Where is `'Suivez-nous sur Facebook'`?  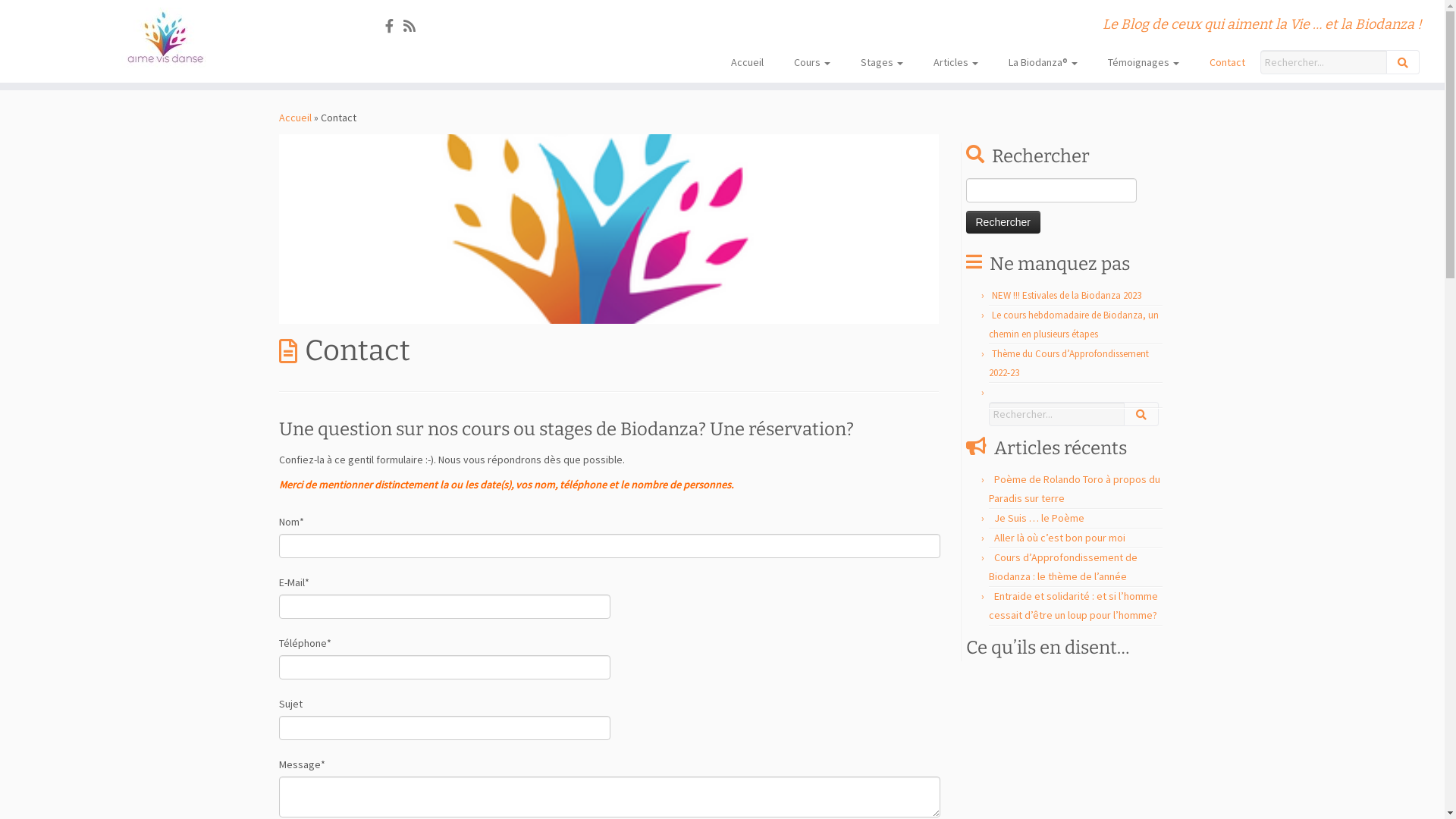 'Suivez-nous sur Facebook' is located at coordinates (394, 26).